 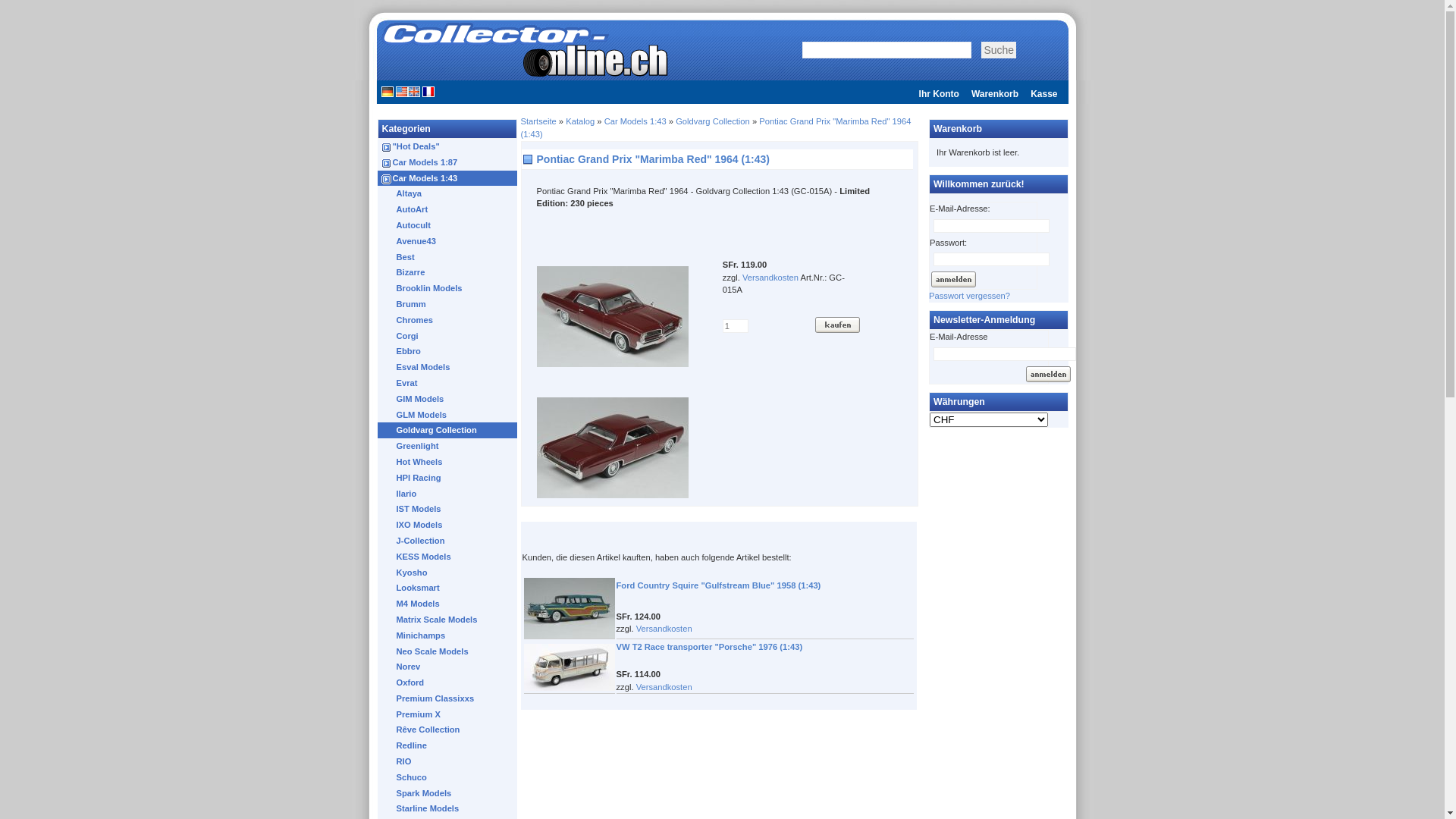 What do you see at coordinates (712, 120) in the screenshot?
I see `'Goldvarg Collection'` at bounding box center [712, 120].